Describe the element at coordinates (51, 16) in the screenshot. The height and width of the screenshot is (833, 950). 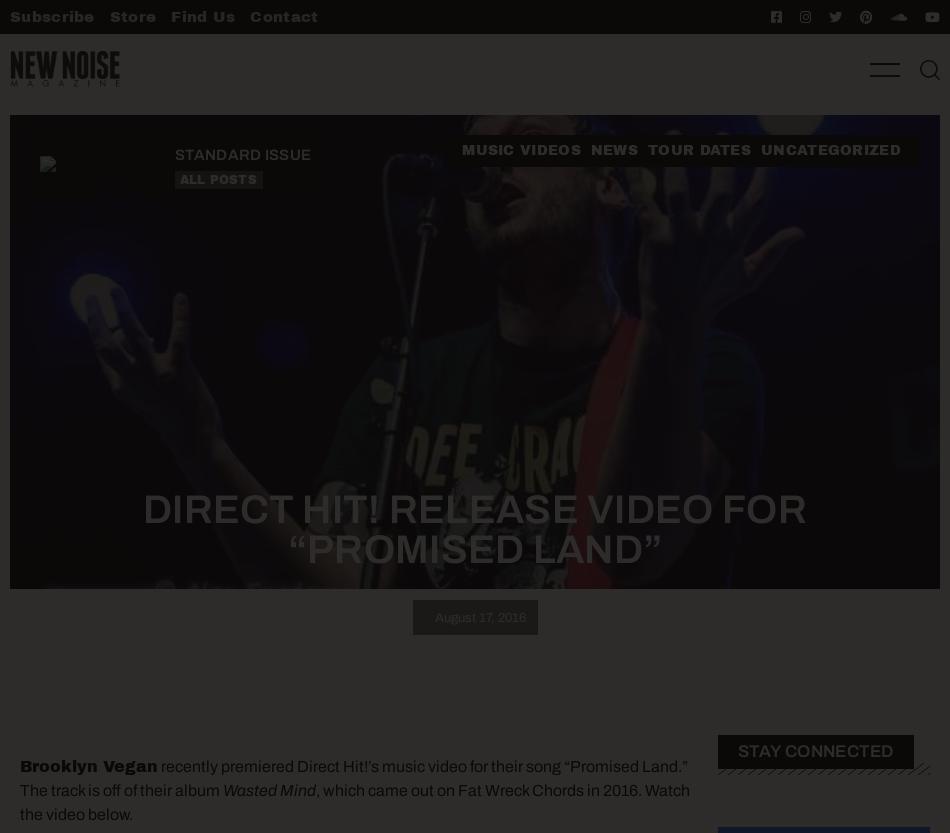
I see `'Subscribe'` at that location.